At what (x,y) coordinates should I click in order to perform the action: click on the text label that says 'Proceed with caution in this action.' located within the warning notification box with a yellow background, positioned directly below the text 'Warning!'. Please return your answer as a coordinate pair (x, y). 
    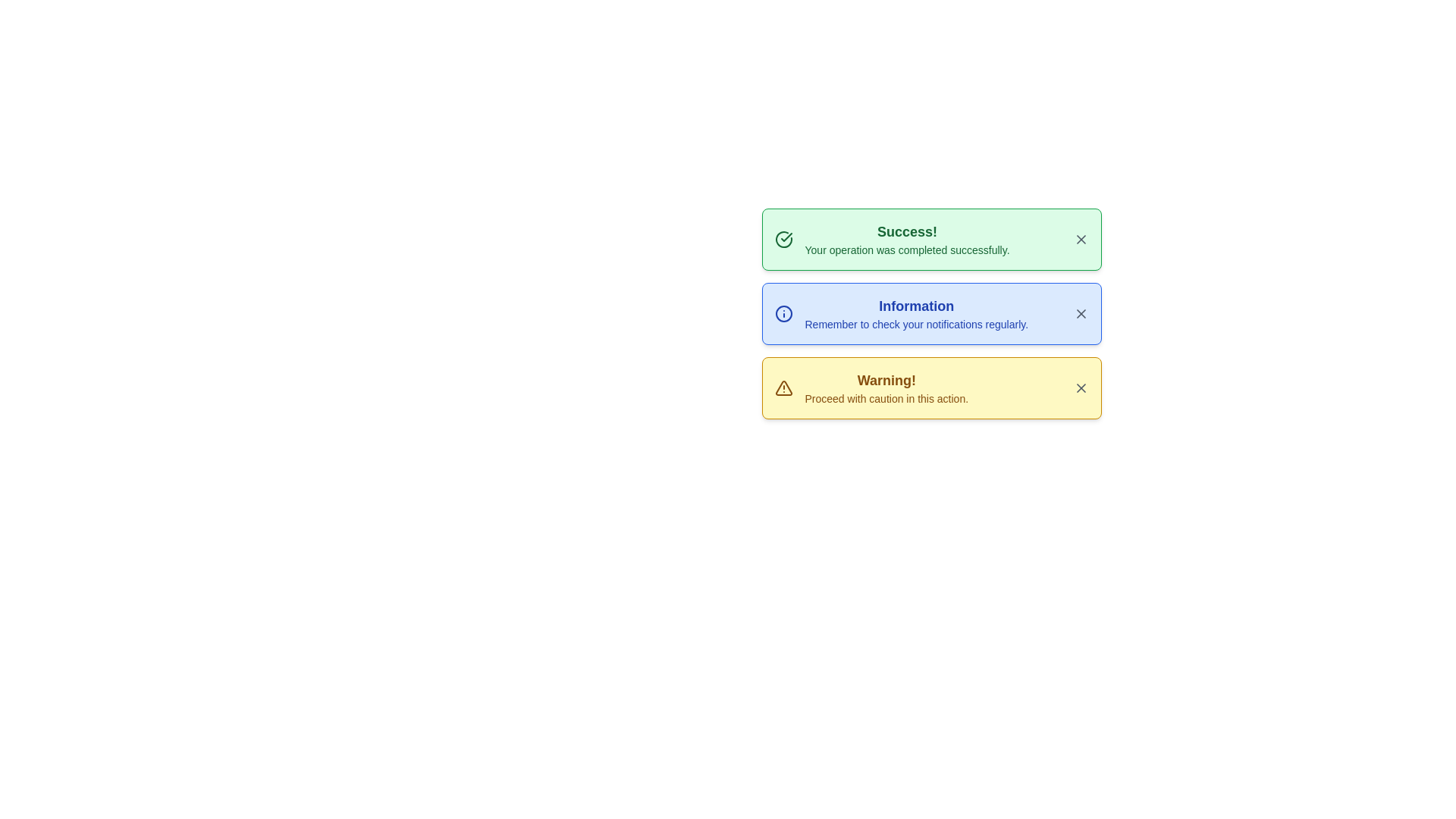
    Looking at the image, I should click on (886, 397).